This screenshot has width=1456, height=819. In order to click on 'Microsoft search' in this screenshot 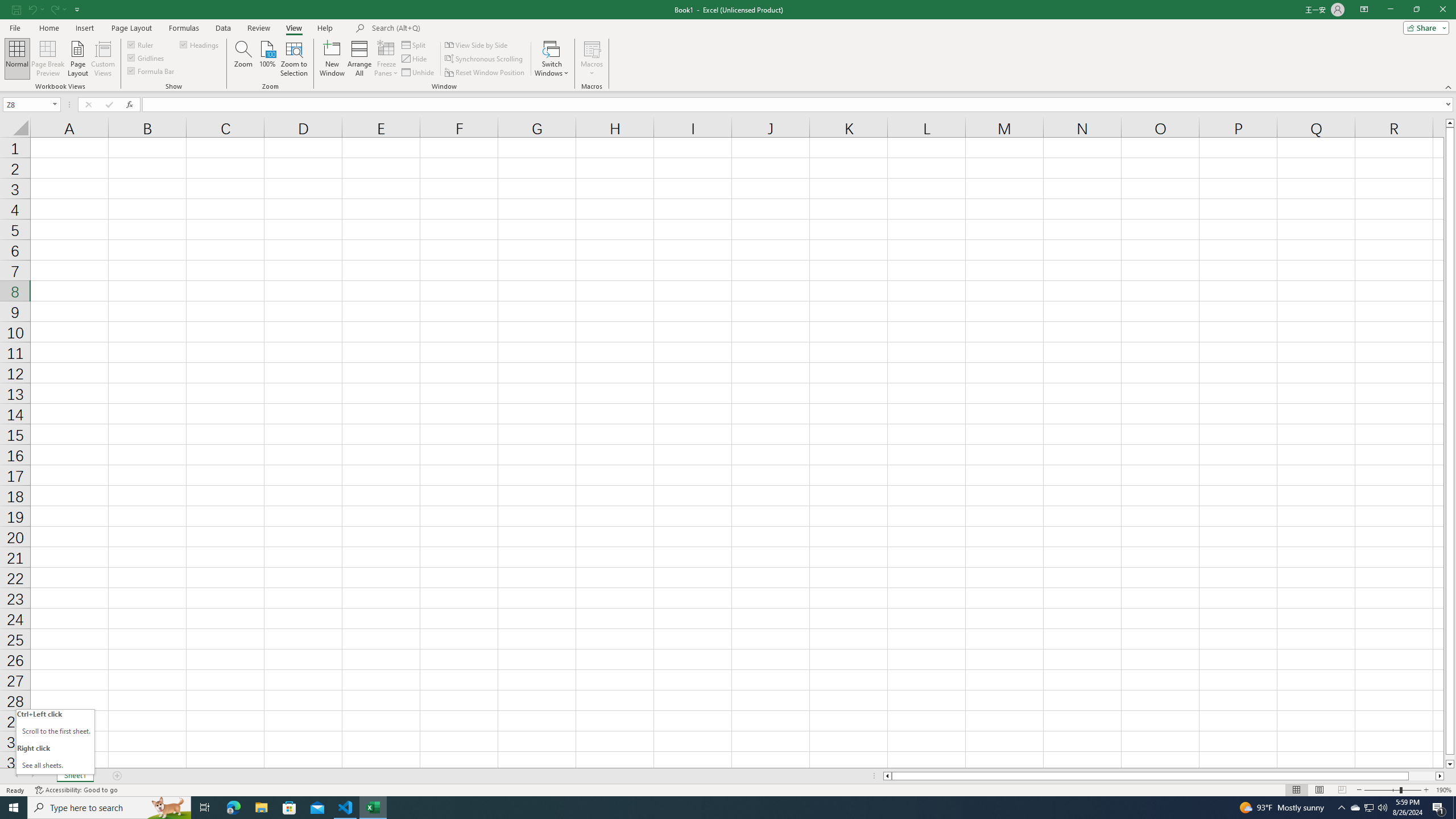, I will do `click(450, 28)`.